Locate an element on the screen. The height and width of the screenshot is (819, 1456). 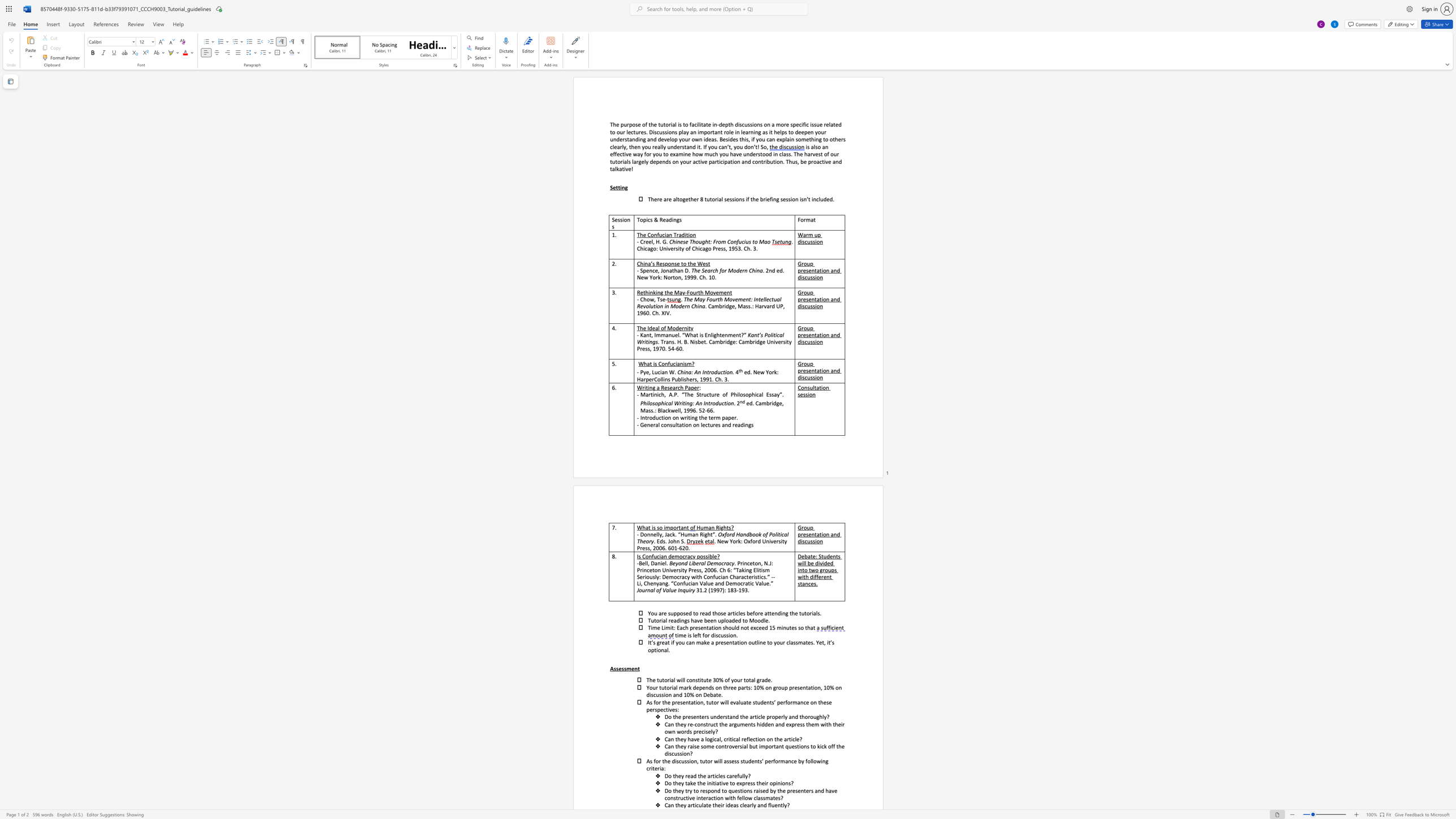
the subset text "UP, 1" within the text ". Cambridge, Mass.: Harvard UP, 1960. Ch. XIV." is located at coordinates (775, 306).